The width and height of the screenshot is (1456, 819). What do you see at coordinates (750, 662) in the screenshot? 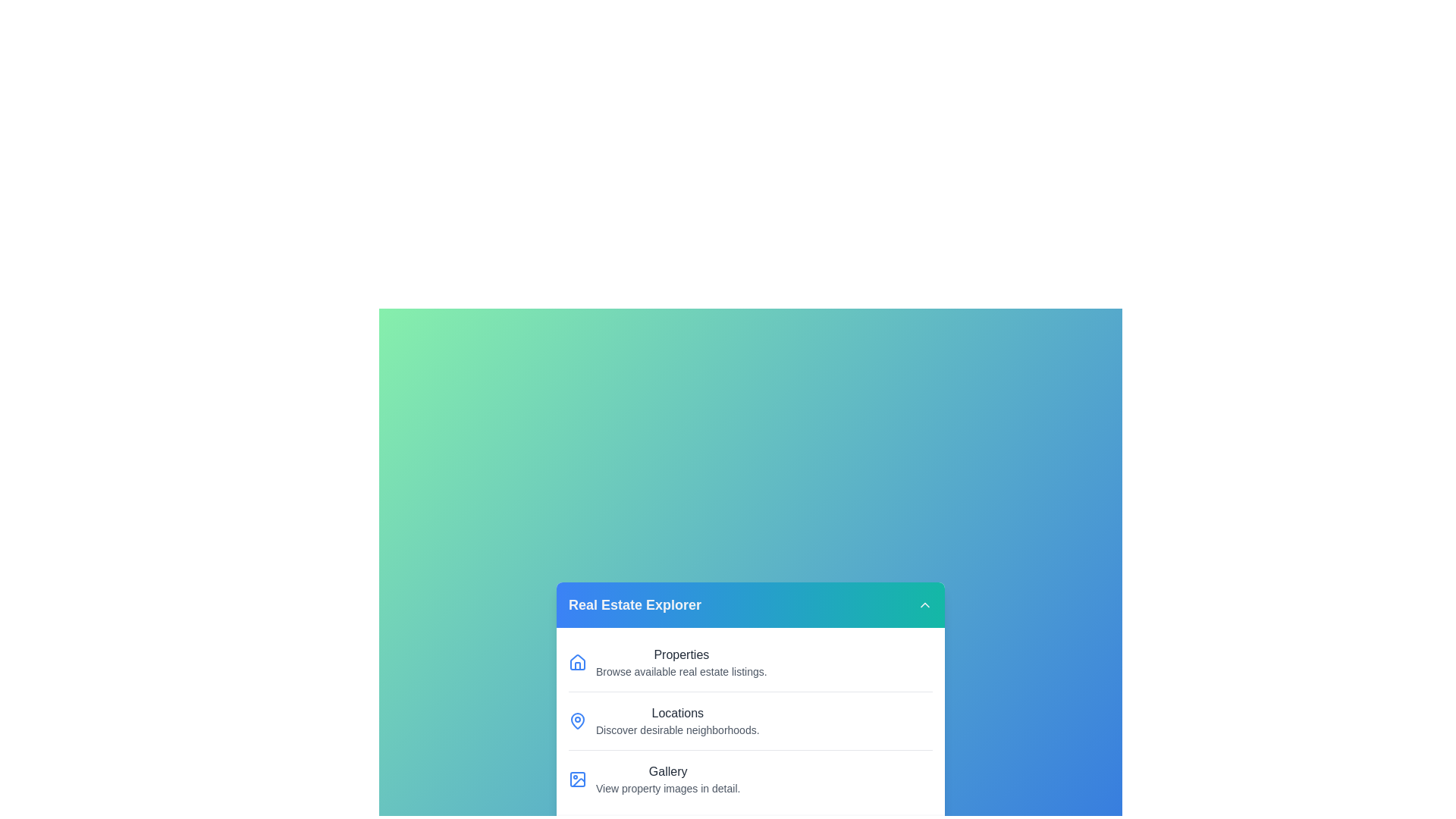
I see `the menu item corresponding to Properties` at bounding box center [750, 662].